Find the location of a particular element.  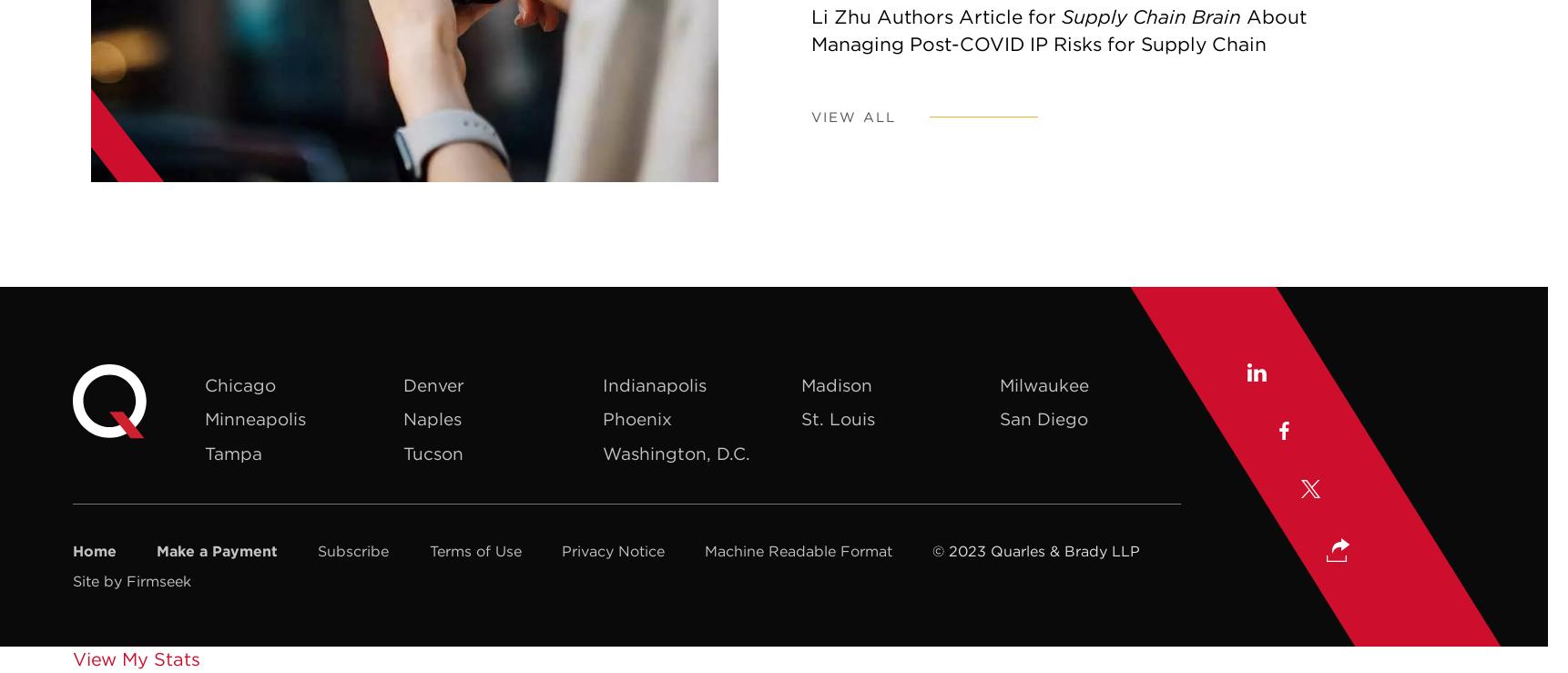

'View My
Stats' is located at coordinates (72, 658).